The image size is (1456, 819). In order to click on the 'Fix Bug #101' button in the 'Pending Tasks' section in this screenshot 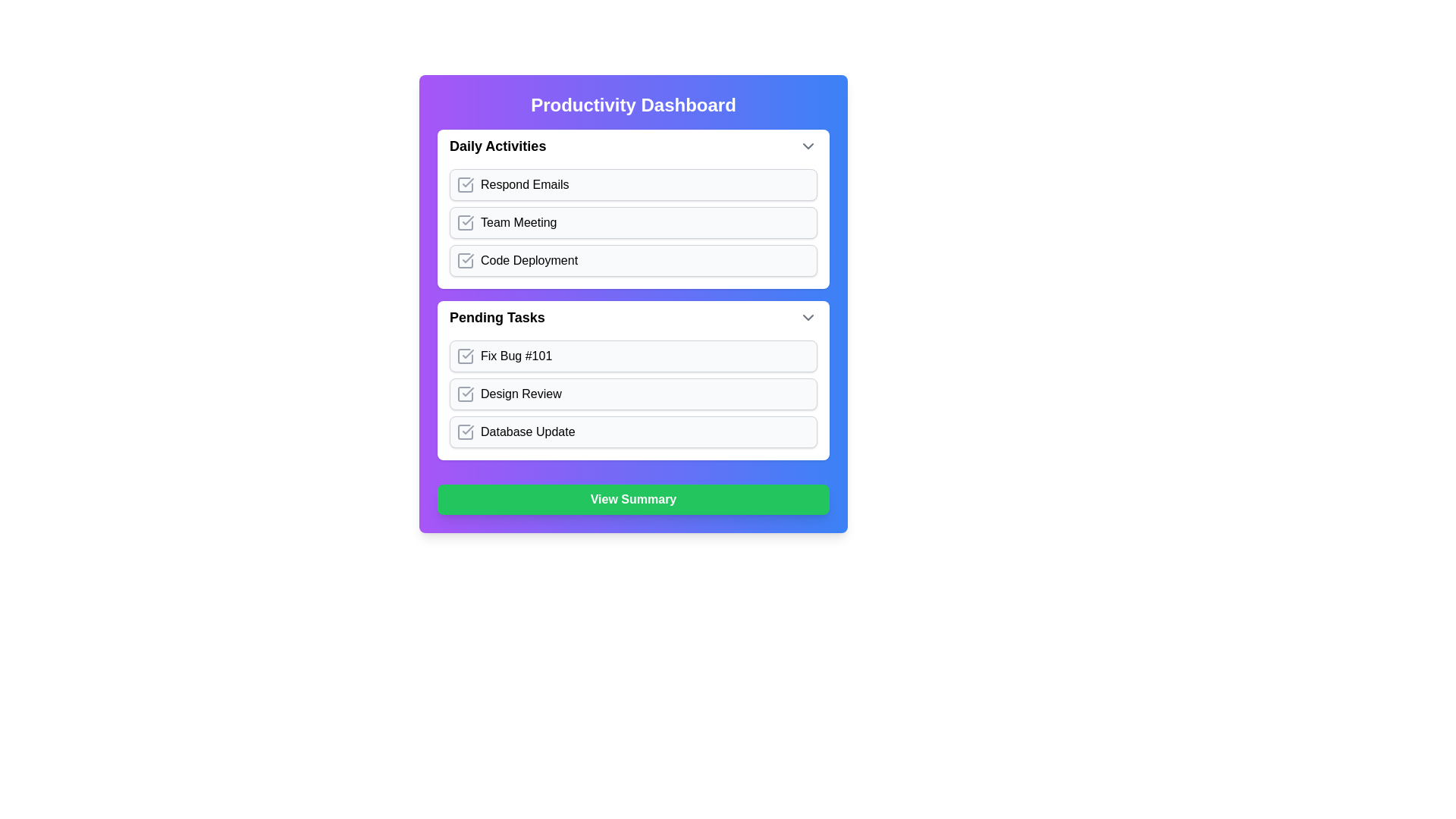, I will do `click(633, 356)`.